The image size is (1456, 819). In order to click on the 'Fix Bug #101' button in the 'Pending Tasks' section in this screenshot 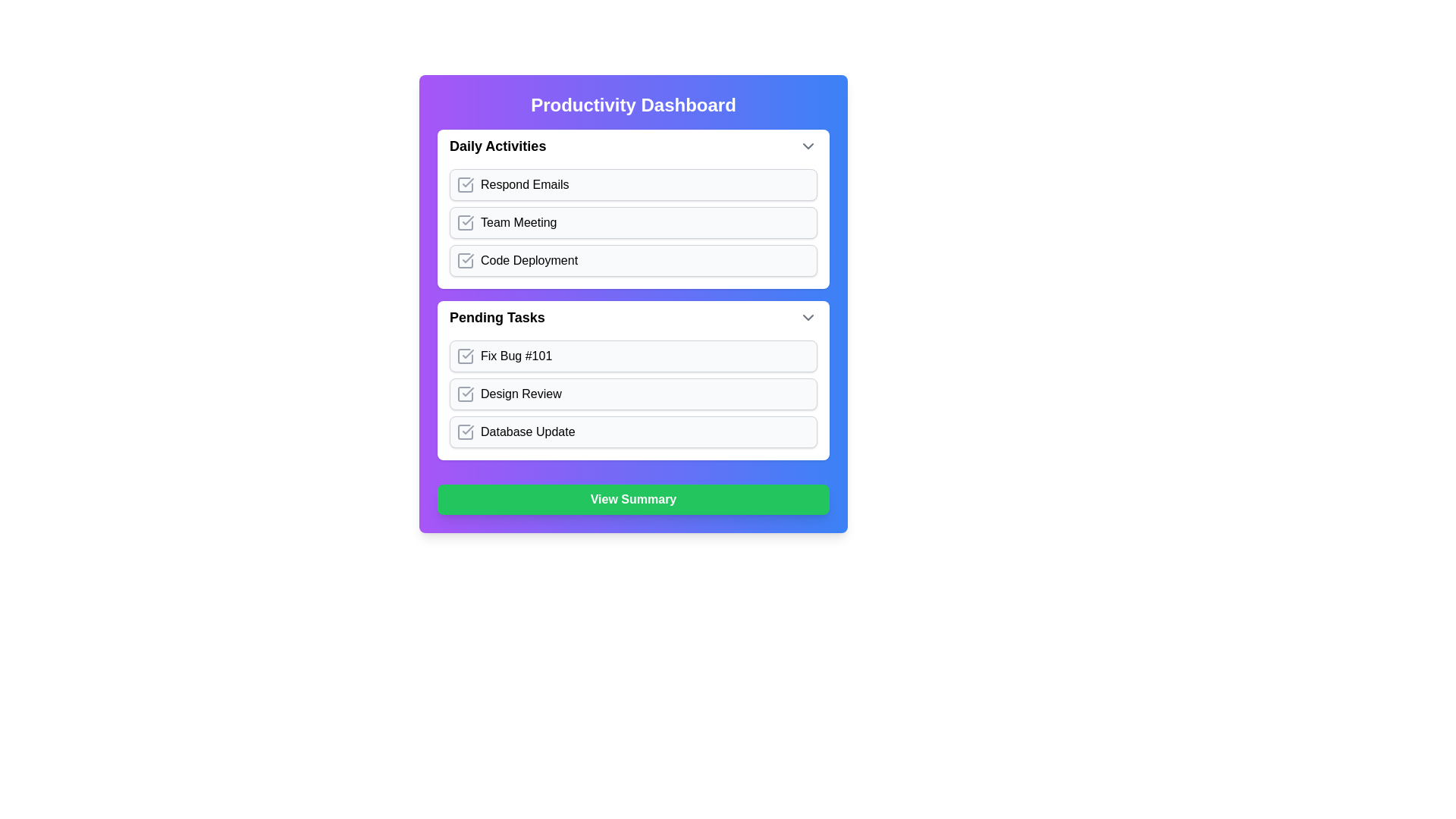, I will do `click(633, 356)`.